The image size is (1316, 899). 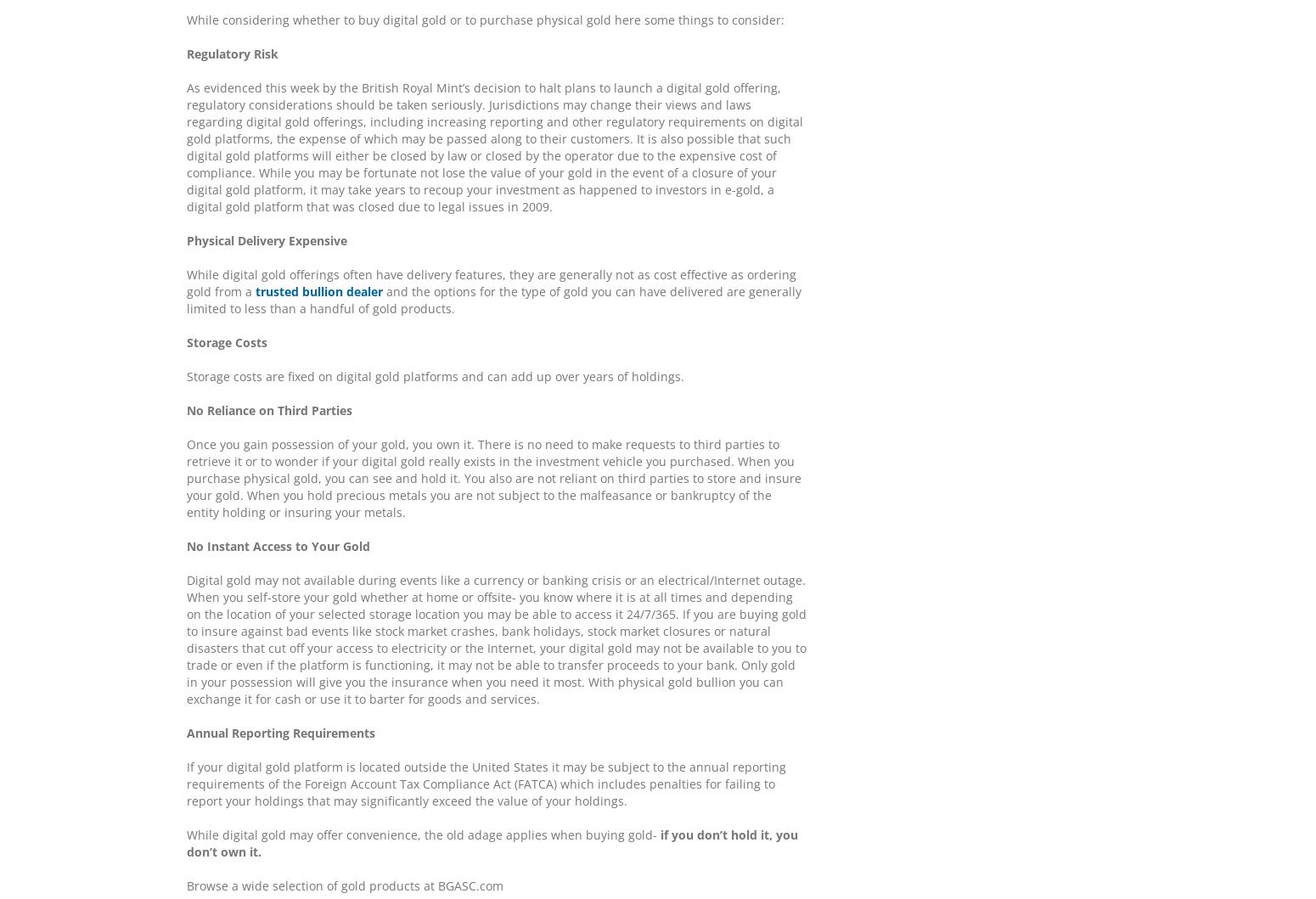 I want to click on 'Physical Delivery Expensive', so click(x=185, y=240).